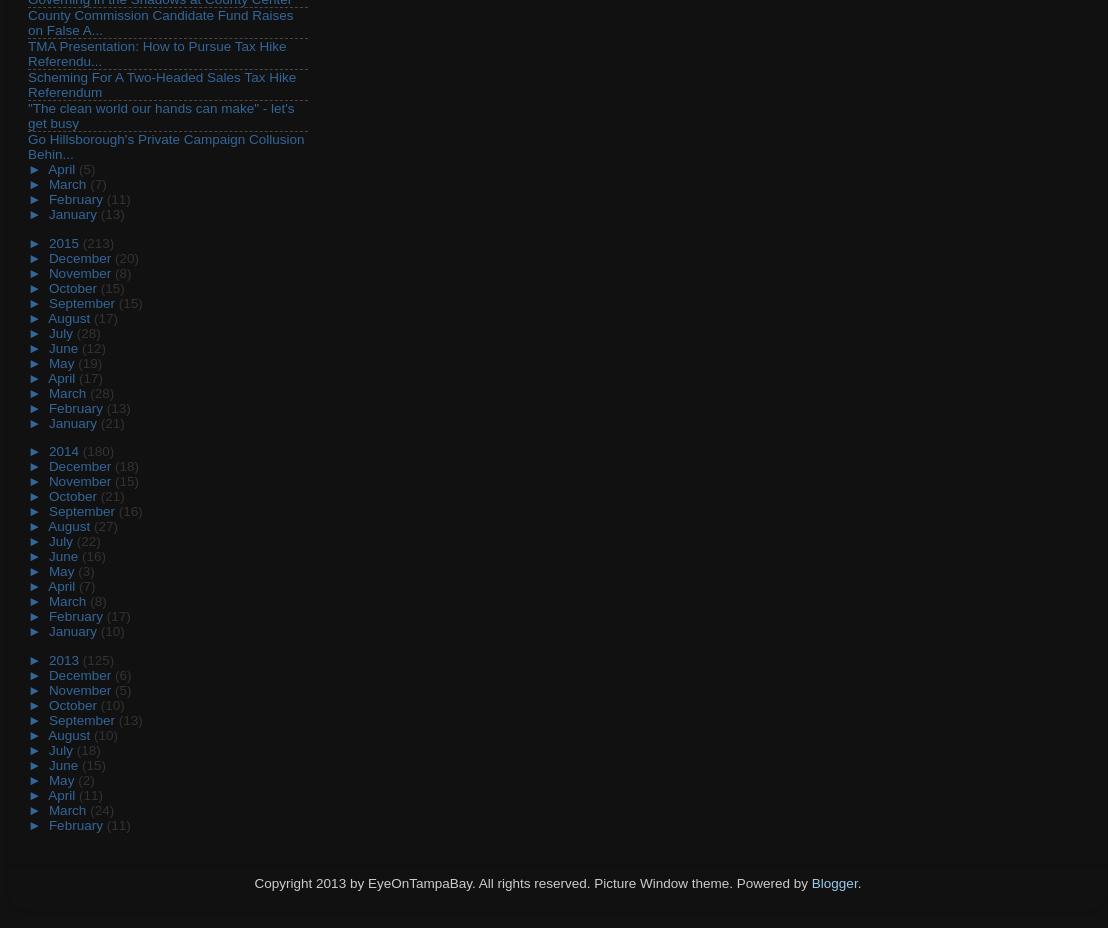  What do you see at coordinates (64, 451) in the screenshot?
I see `'2014'` at bounding box center [64, 451].